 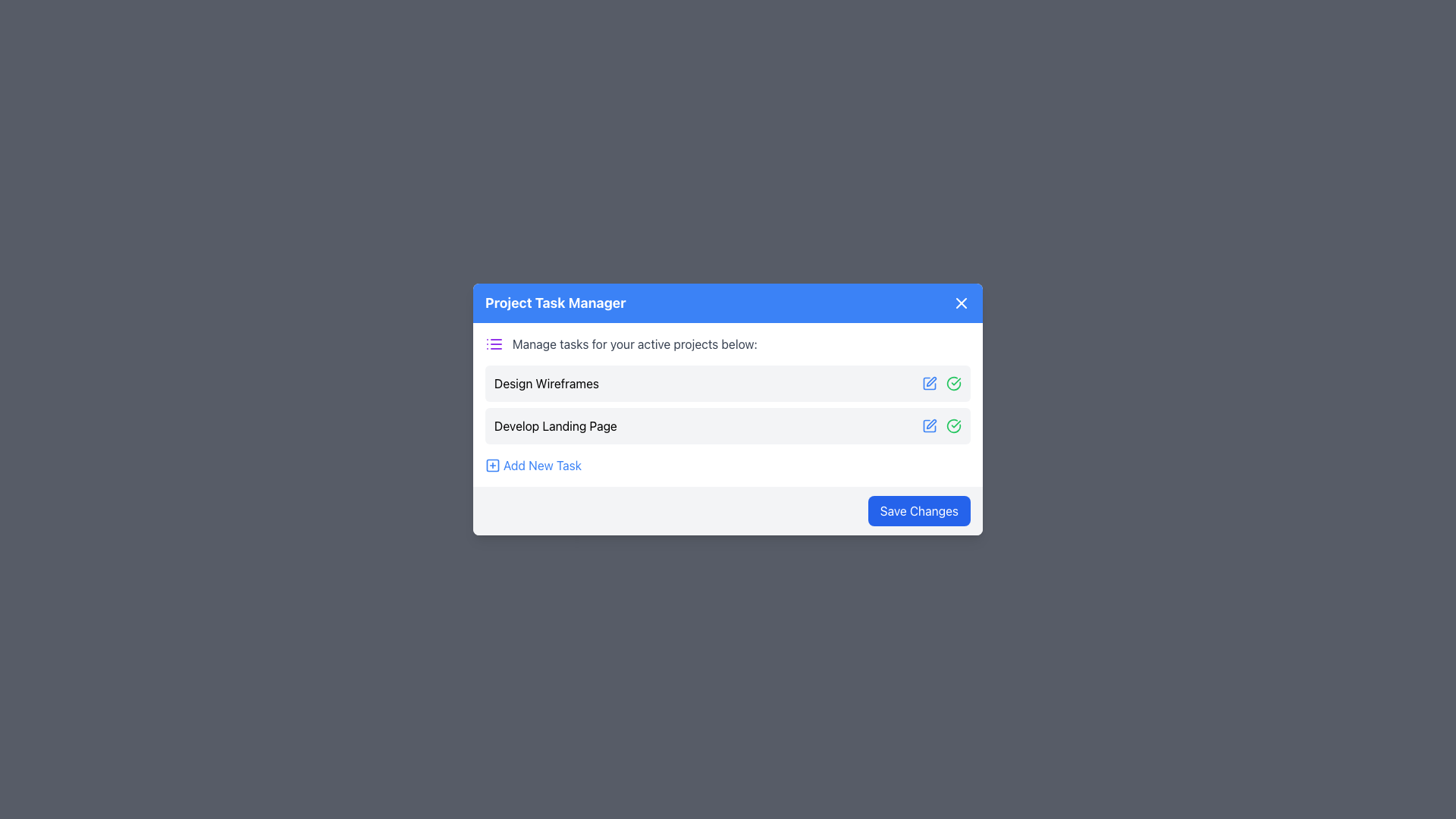 What do you see at coordinates (952, 426) in the screenshot?
I see `the green checkmark icon located on the right side of the row labeled 'Design Wireframes'` at bounding box center [952, 426].